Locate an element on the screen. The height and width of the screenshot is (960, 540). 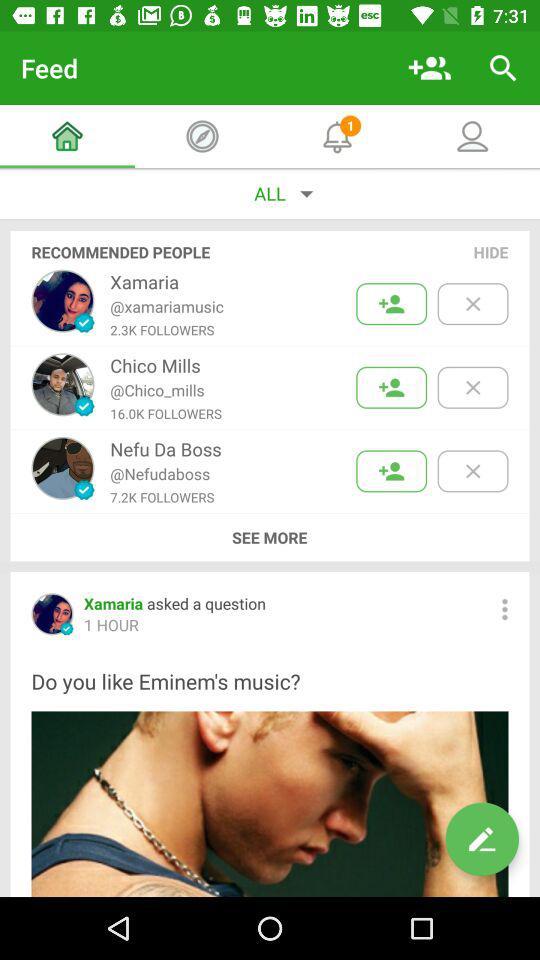
delete recommendation is located at coordinates (472, 471).